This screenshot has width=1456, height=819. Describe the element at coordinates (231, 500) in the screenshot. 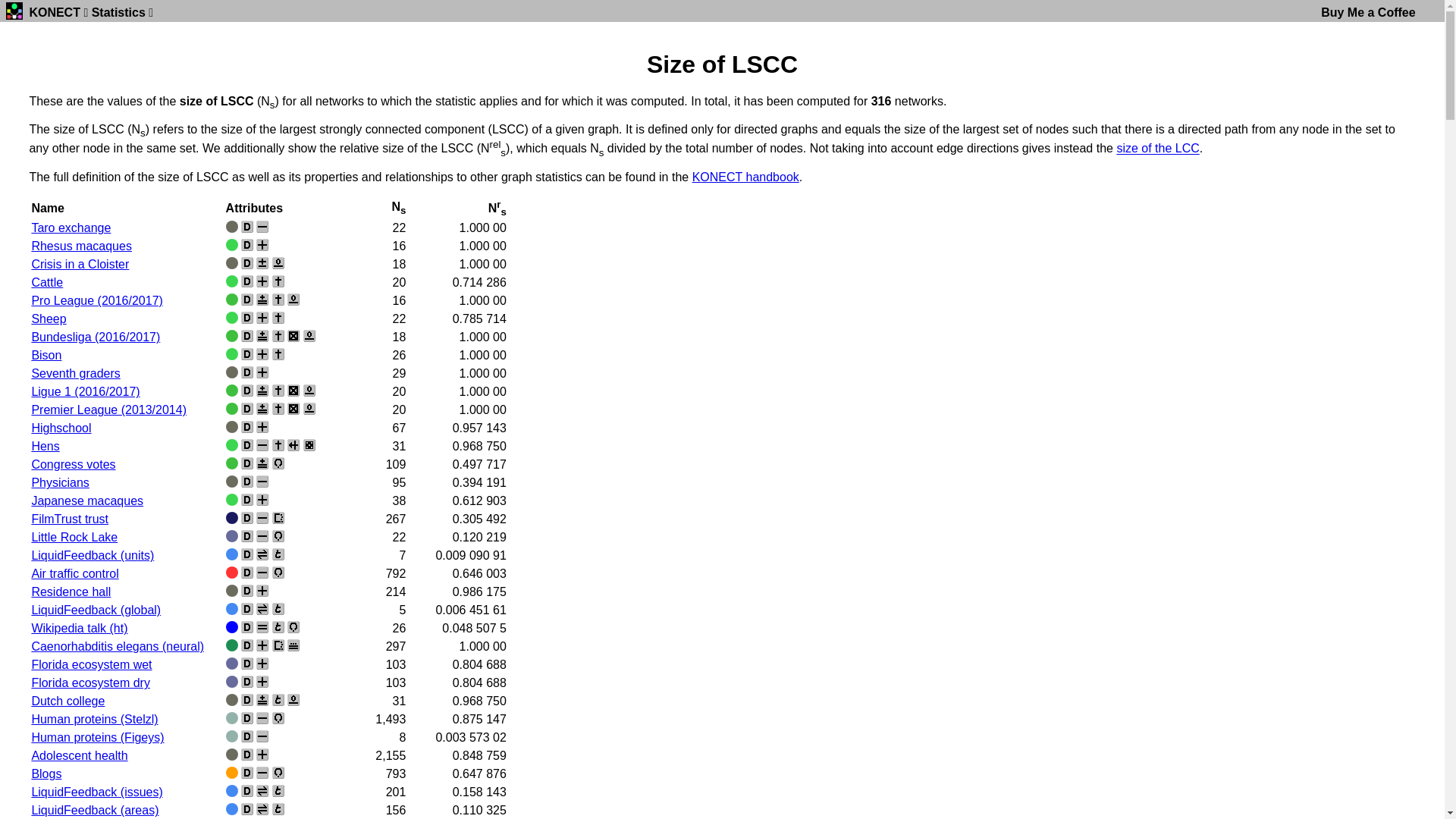

I see `'Animal network'` at that location.